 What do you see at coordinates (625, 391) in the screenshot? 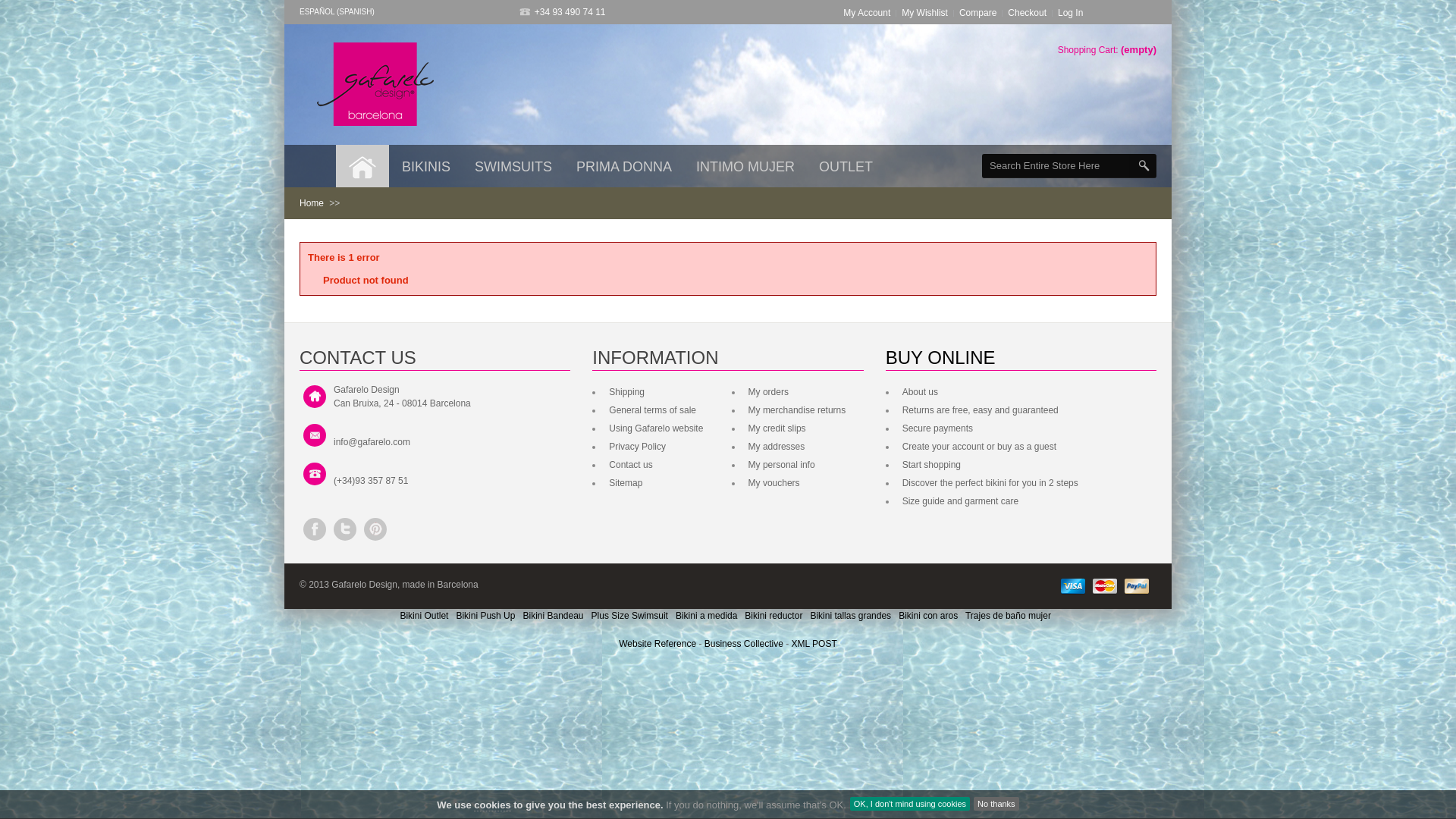
I see `'Shipping'` at bounding box center [625, 391].